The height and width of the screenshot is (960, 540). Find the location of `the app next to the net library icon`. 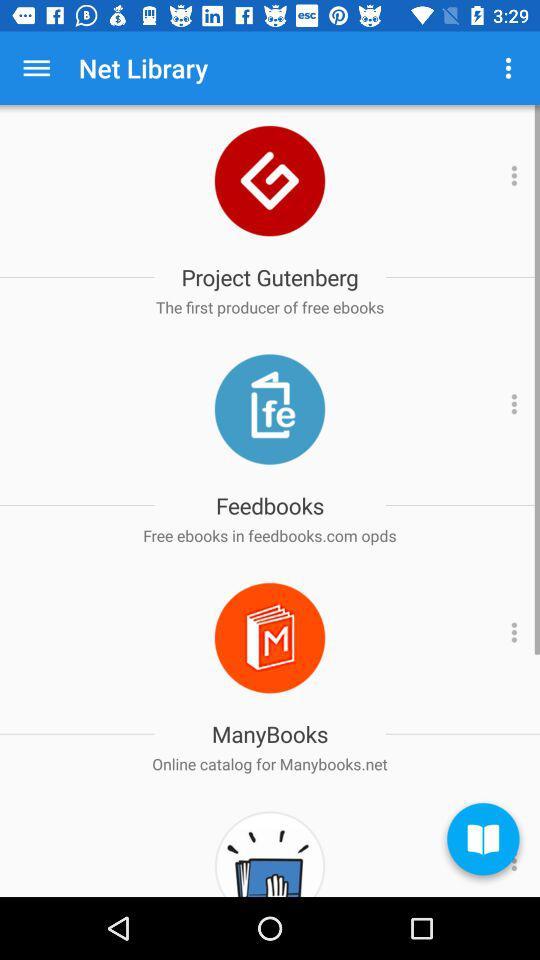

the app next to the net library icon is located at coordinates (36, 68).